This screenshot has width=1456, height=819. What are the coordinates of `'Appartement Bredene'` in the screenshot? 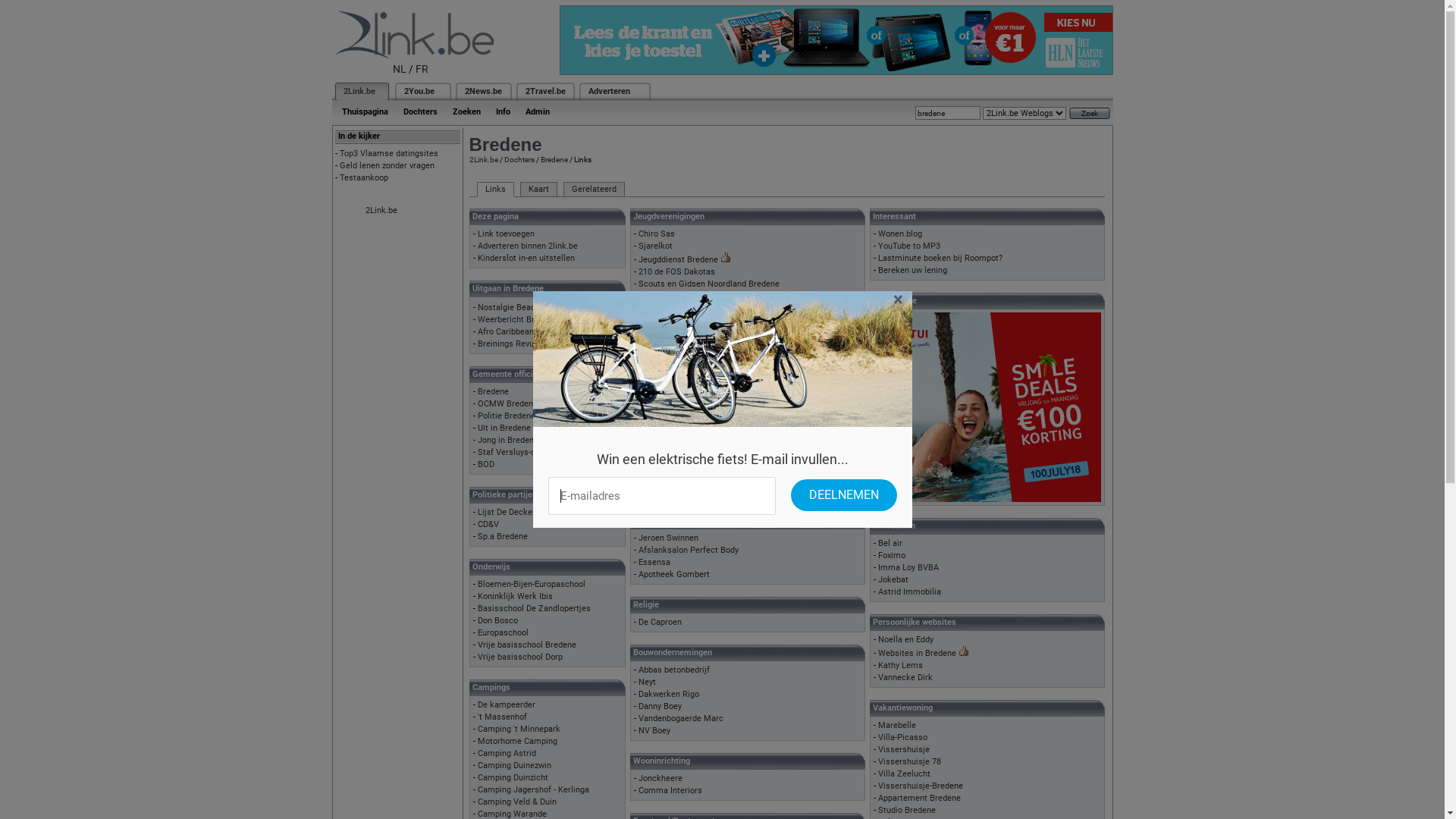 It's located at (877, 797).